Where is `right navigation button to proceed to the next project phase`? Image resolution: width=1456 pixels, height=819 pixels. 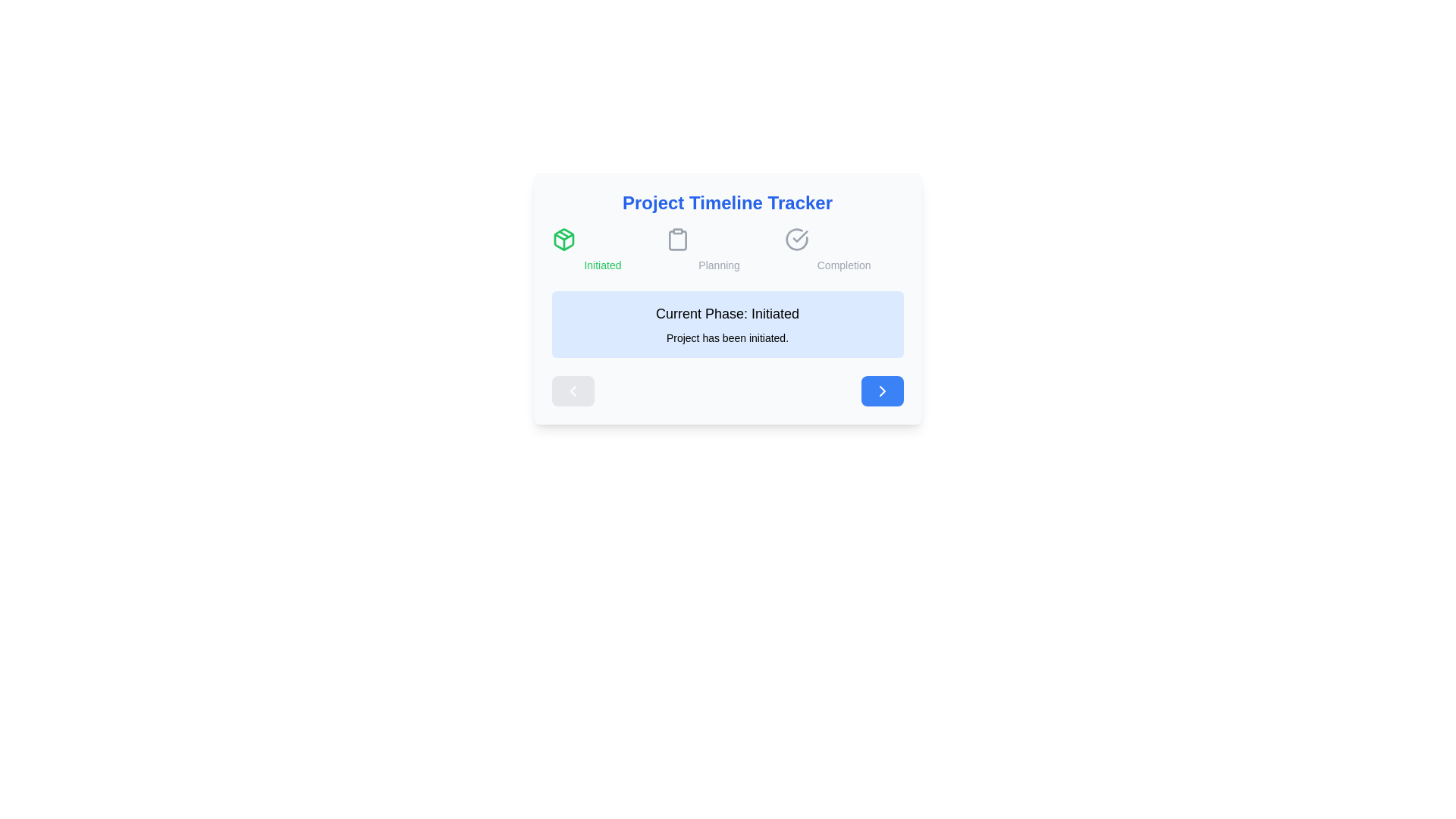 right navigation button to proceed to the next project phase is located at coordinates (882, 391).